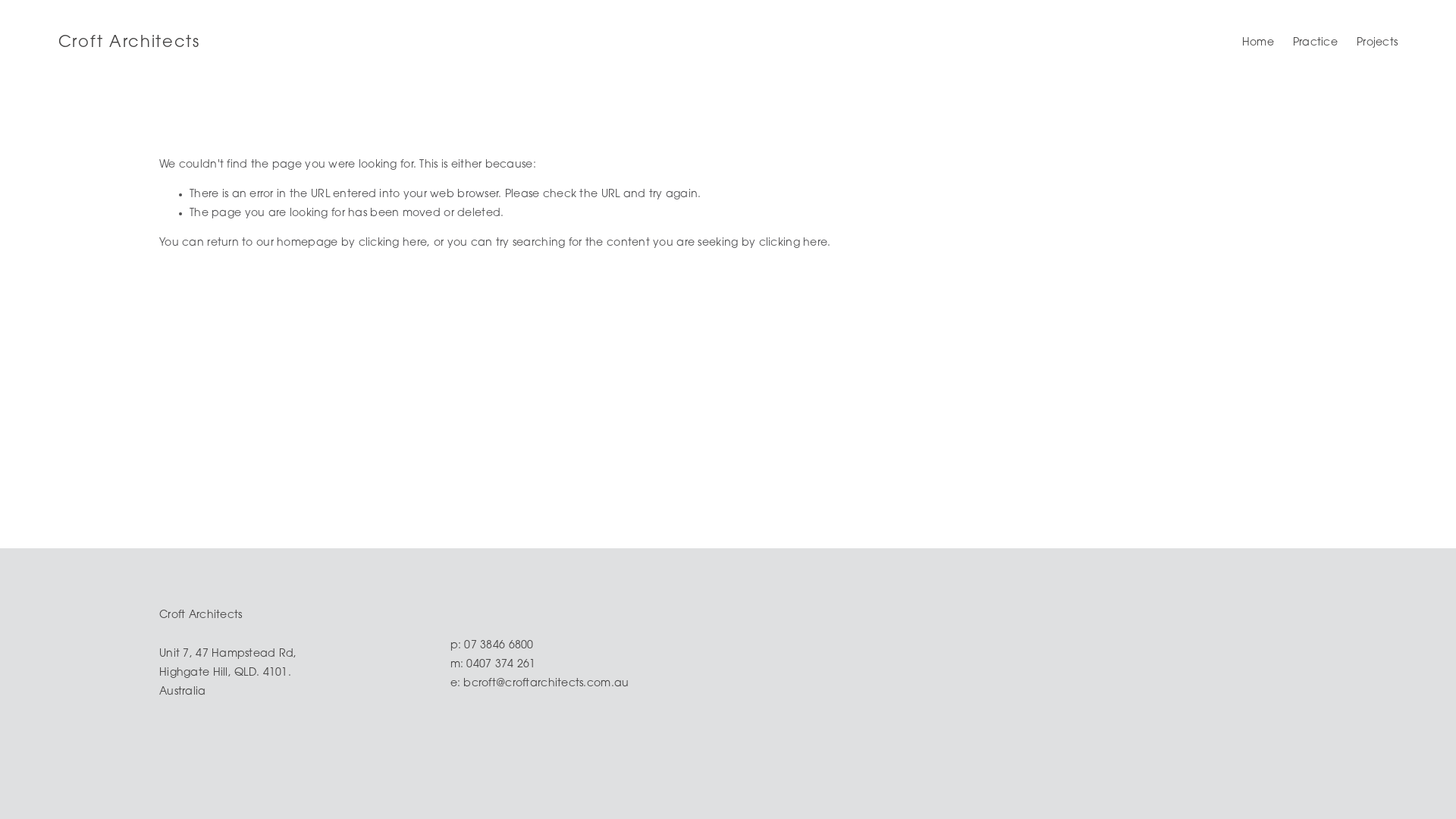 This screenshot has width=1456, height=819. What do you see at coordinates (1258, 42) in the screenshot?
I see `'Home'` at bounding box center [1258, 42].